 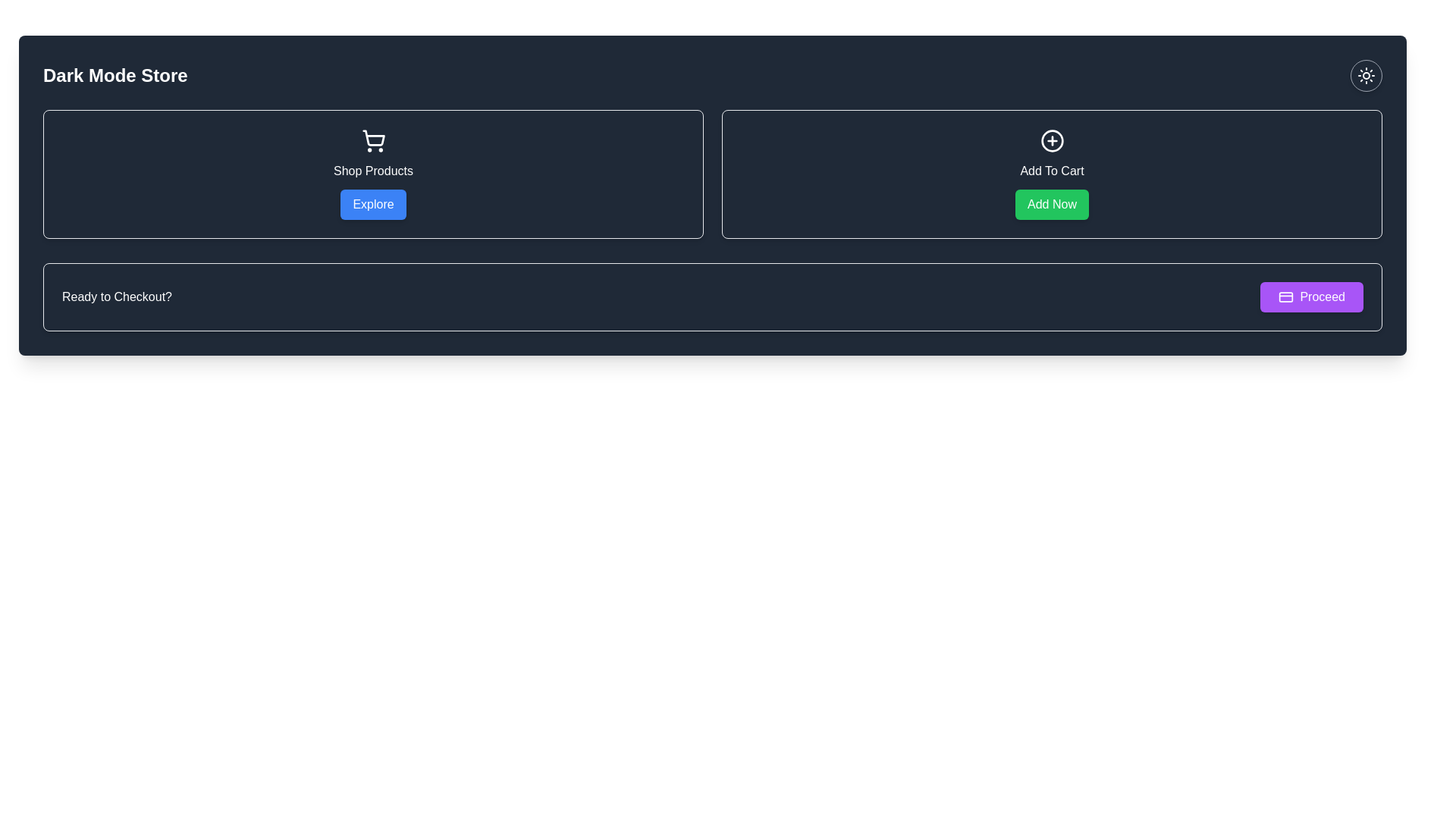 What do you see at coordinates (115, 76) in the screenshot?
I see `the text label indicating 'Dark Mode Store', which serves as the title or heading in the header bar of the interface` at bounding box center [115, 76].